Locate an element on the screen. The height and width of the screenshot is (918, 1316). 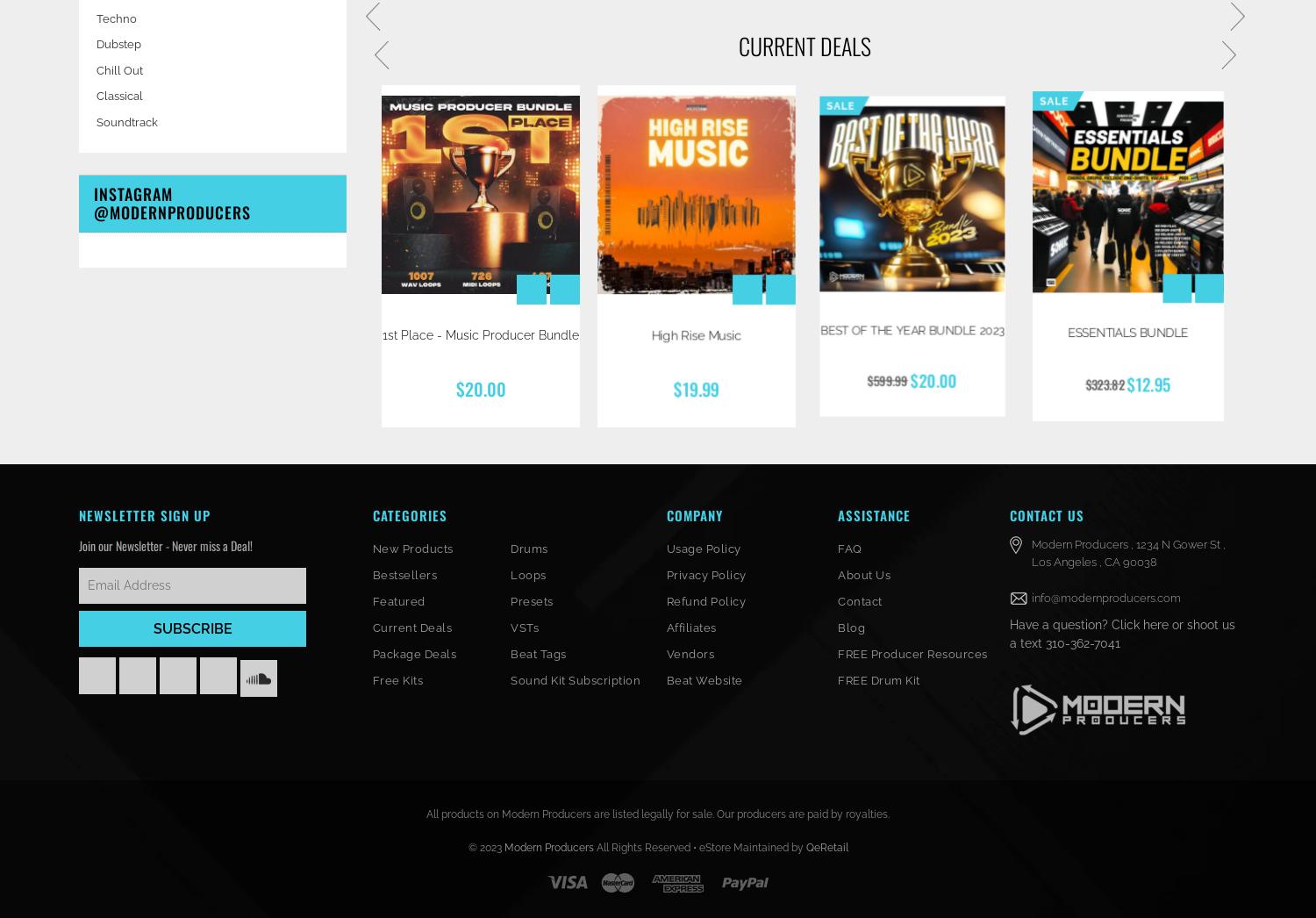
'CA 90038' is located at coordinates (1130, 560).